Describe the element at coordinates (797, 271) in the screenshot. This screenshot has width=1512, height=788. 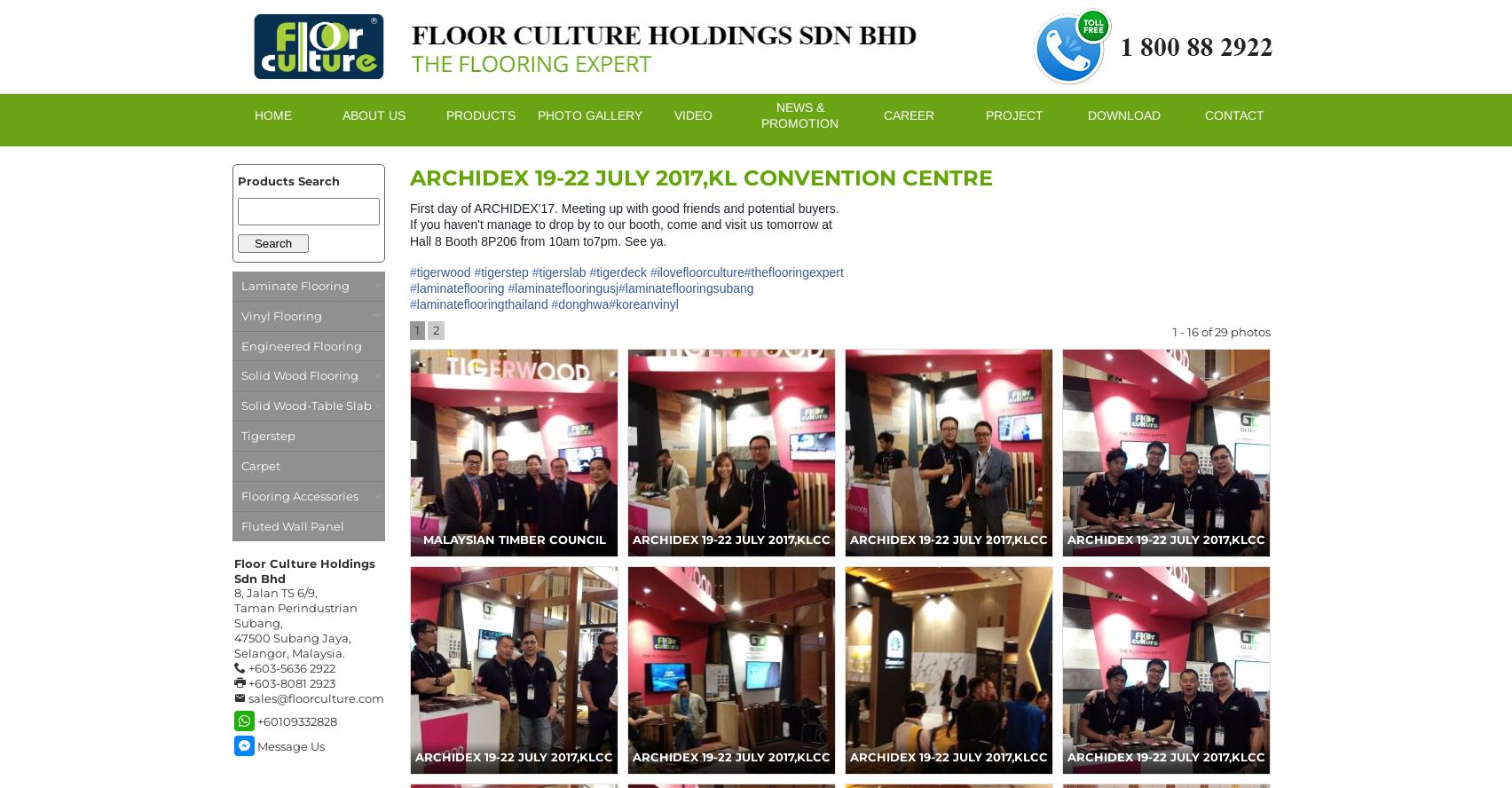
I see `'theflooringexpert'` at that location.